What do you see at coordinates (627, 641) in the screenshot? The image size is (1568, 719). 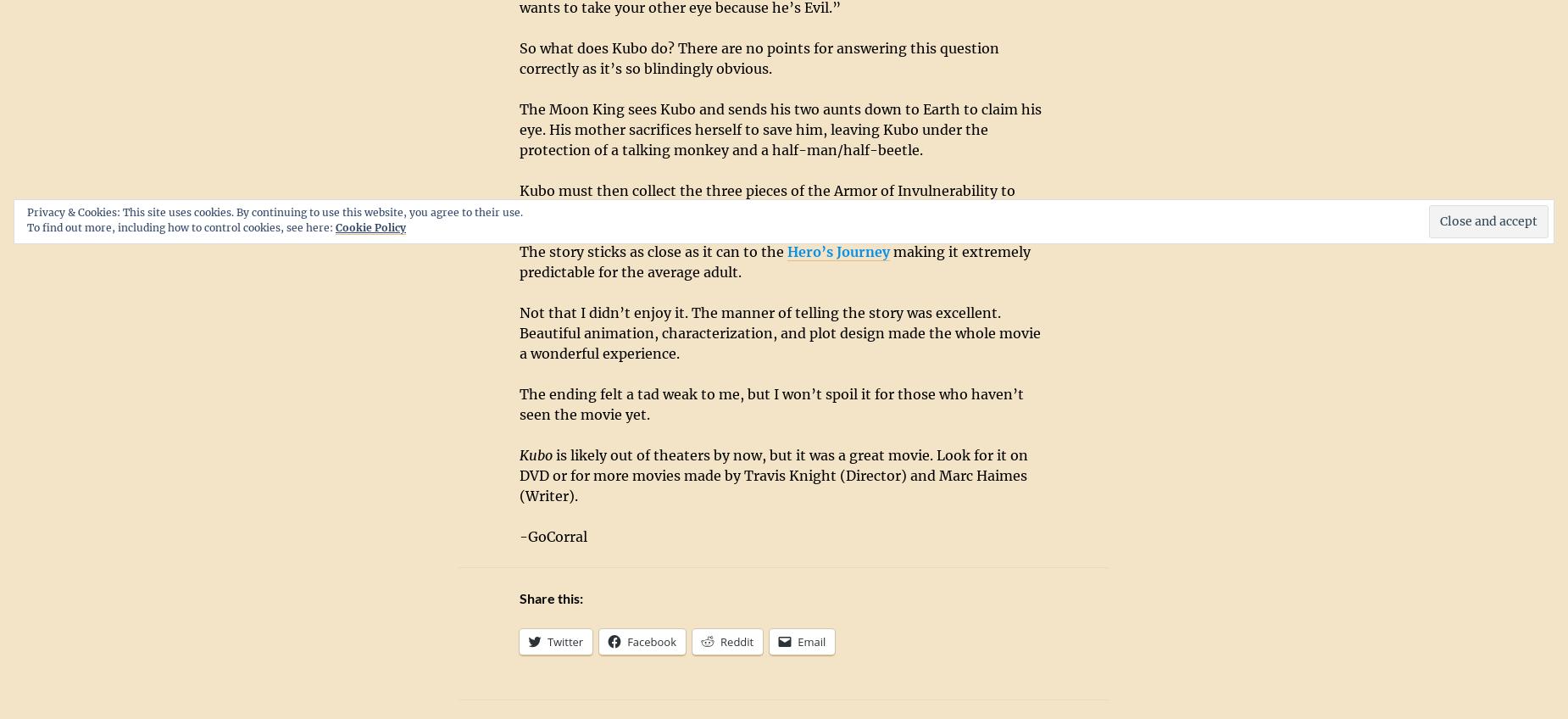 I see `'Facebook'` at bounding box center [627, 641].